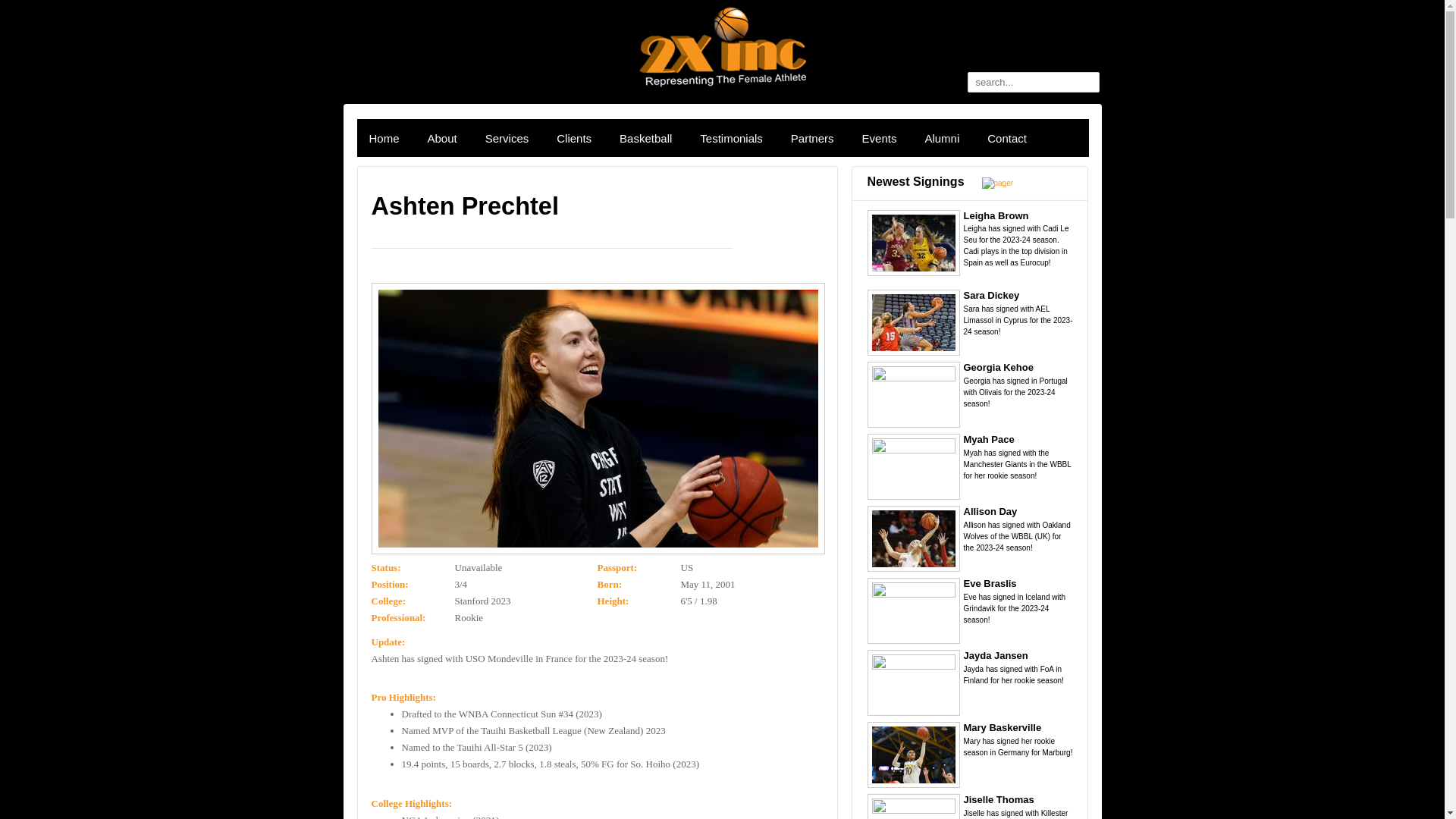  I want to click on 'About', so click(441, 138).